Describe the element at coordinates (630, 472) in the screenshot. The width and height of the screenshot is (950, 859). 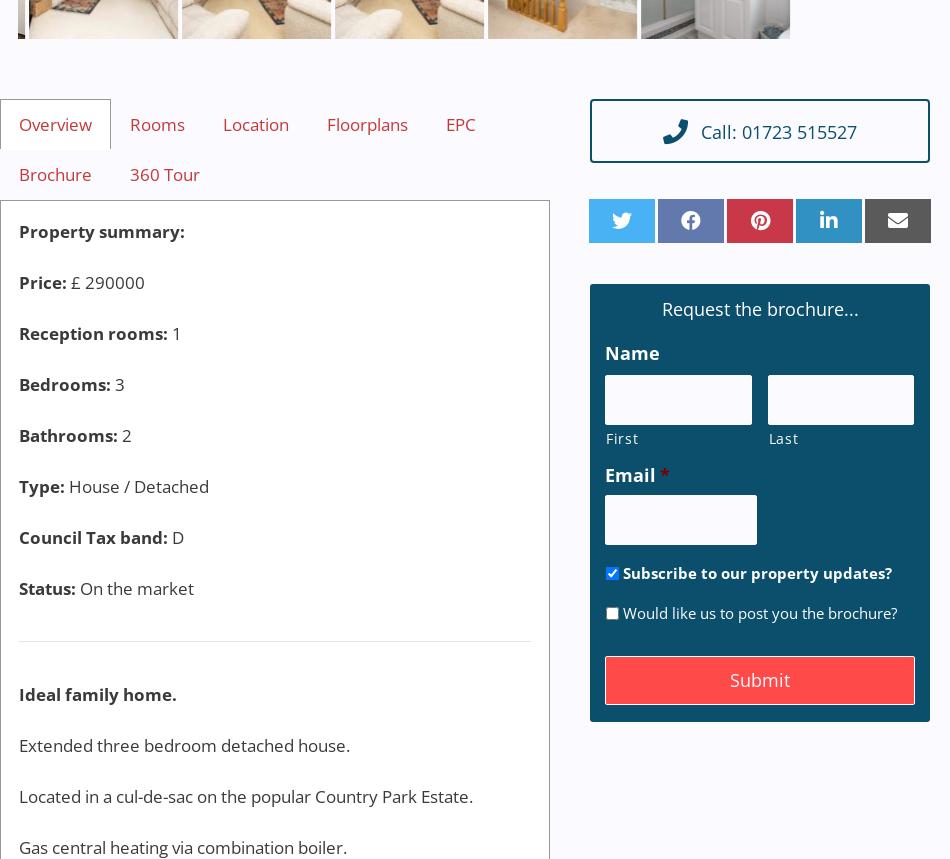
I see `'Email'` at that location.